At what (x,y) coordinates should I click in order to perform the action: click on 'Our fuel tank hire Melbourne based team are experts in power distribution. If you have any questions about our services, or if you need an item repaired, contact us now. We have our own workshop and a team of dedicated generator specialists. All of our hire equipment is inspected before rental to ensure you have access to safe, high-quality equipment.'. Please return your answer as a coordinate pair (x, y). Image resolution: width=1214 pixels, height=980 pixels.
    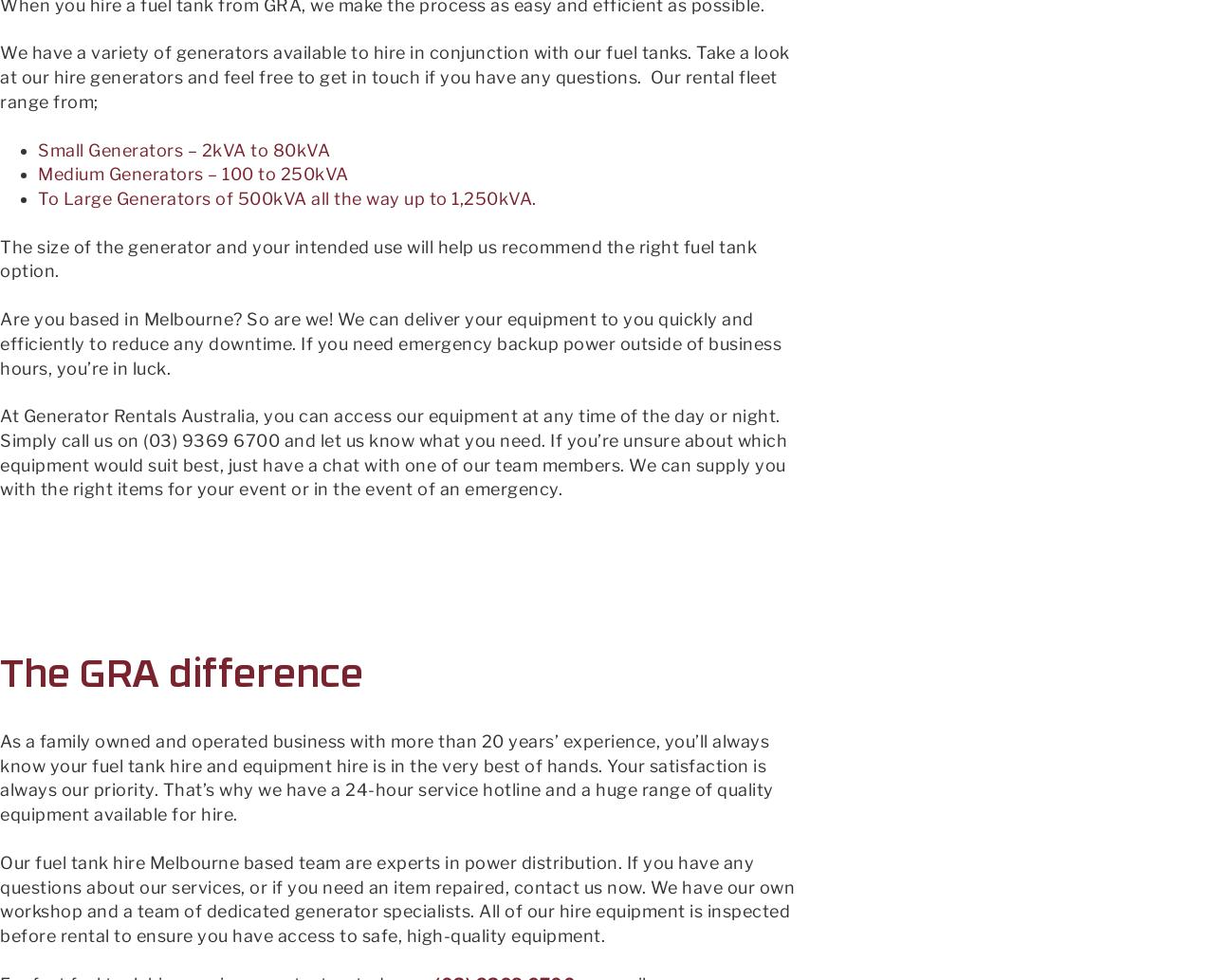
    Looking at the image, I should click on (395, 897).